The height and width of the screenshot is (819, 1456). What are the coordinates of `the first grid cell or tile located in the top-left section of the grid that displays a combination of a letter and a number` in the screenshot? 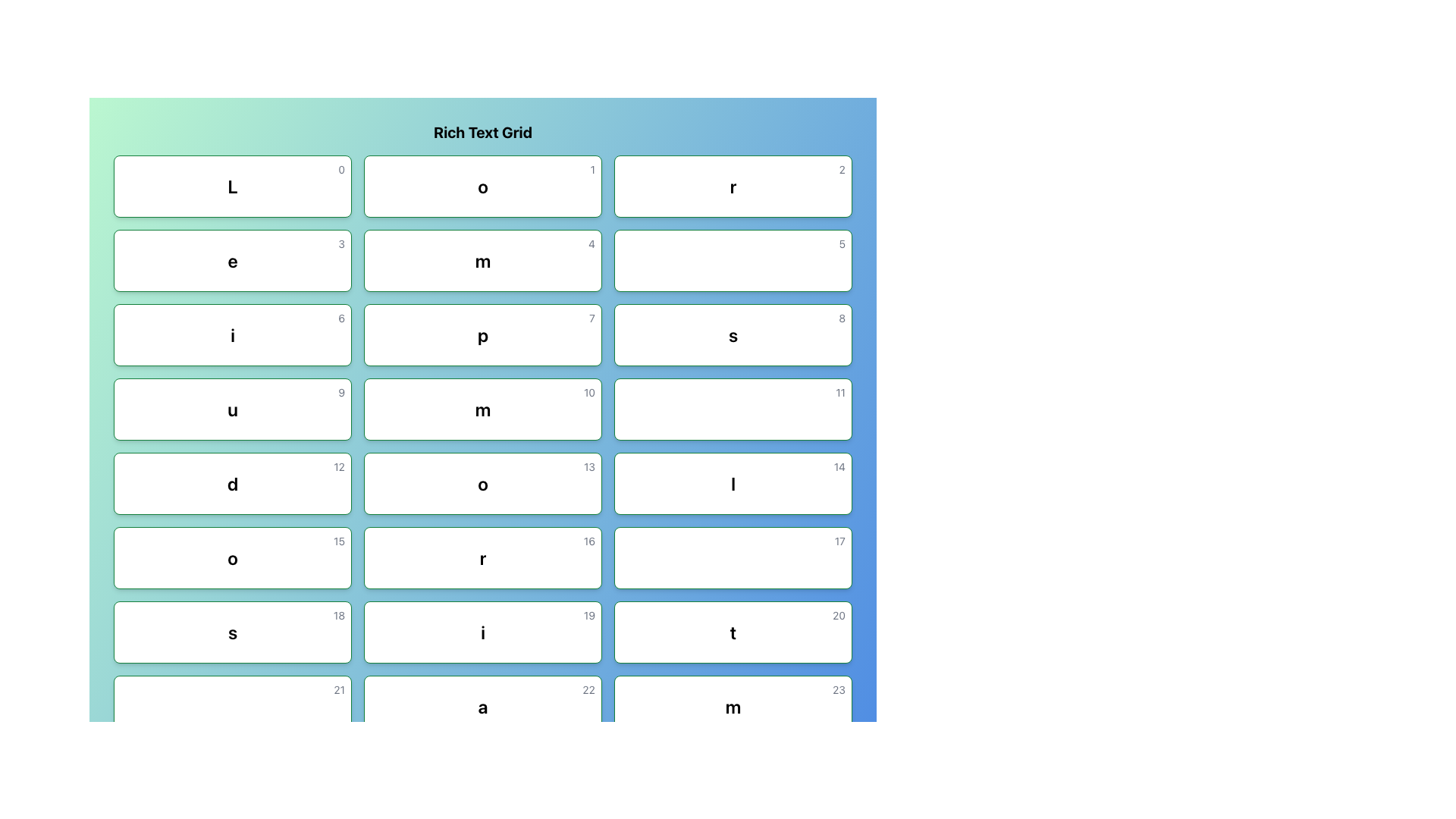 It's located at (232, 186).